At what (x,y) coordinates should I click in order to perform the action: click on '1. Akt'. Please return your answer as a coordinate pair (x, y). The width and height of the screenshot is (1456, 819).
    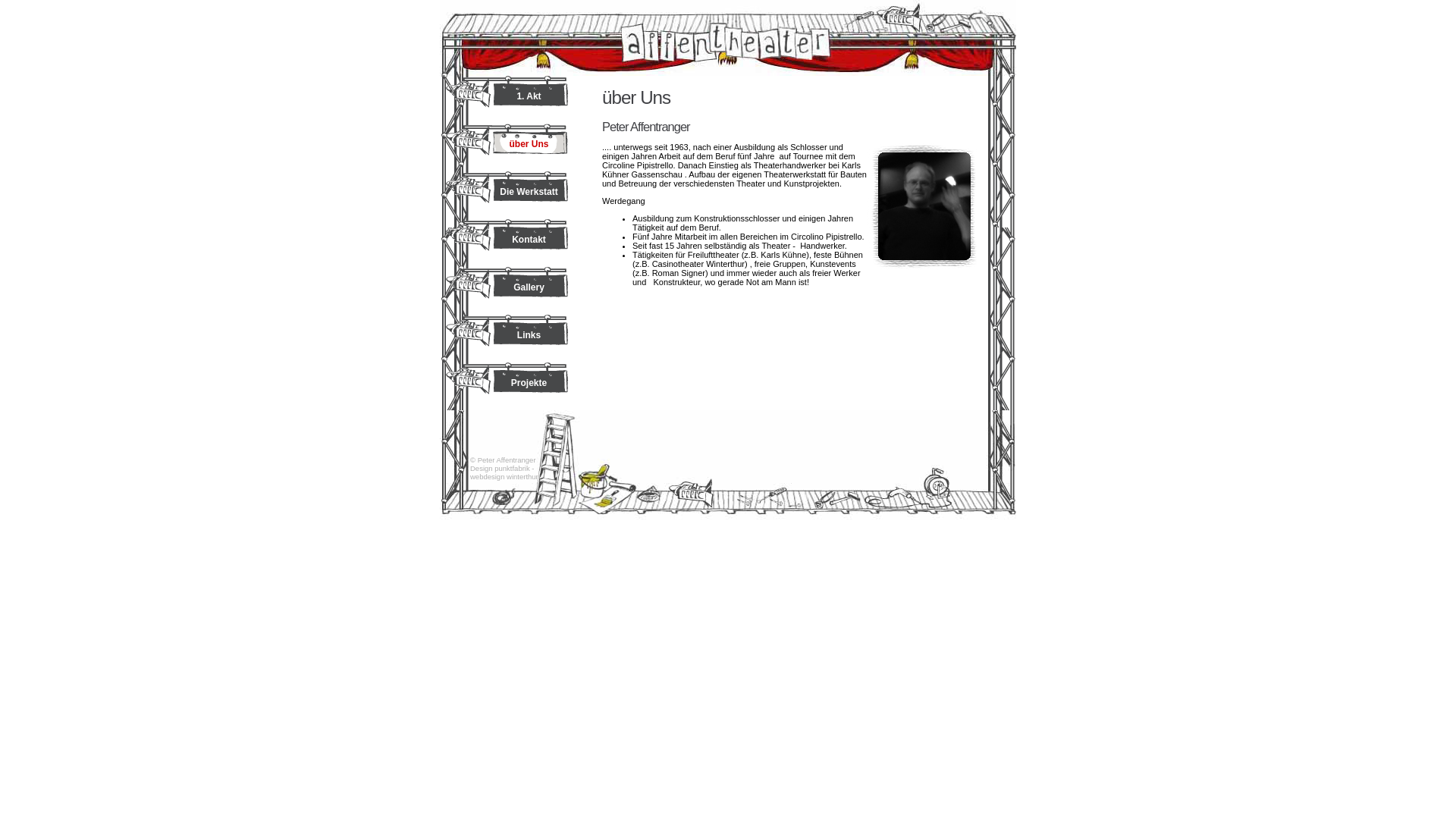
    Looking at the image, I should click on (507, 99).